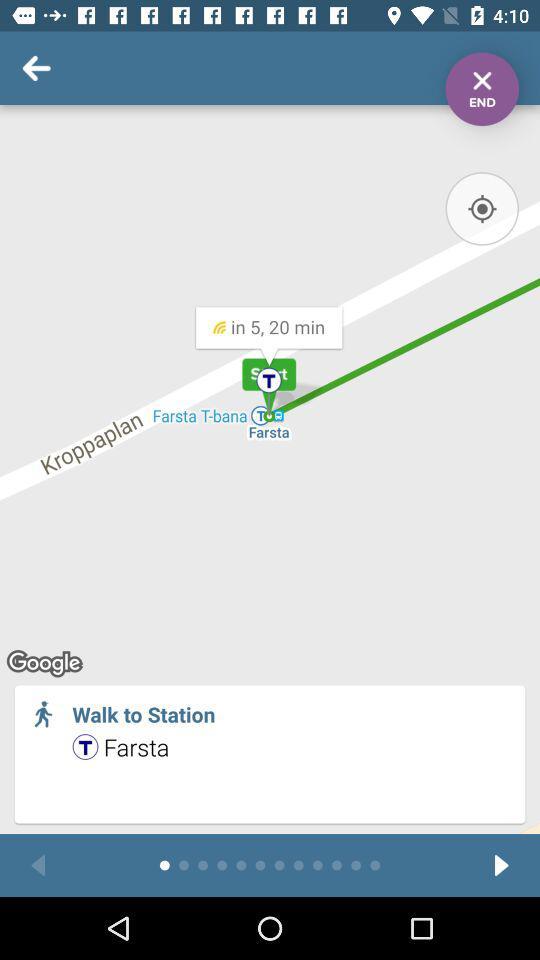 This screenshot has height=960, width=540. I want to click on go forward, so click(500, 864).